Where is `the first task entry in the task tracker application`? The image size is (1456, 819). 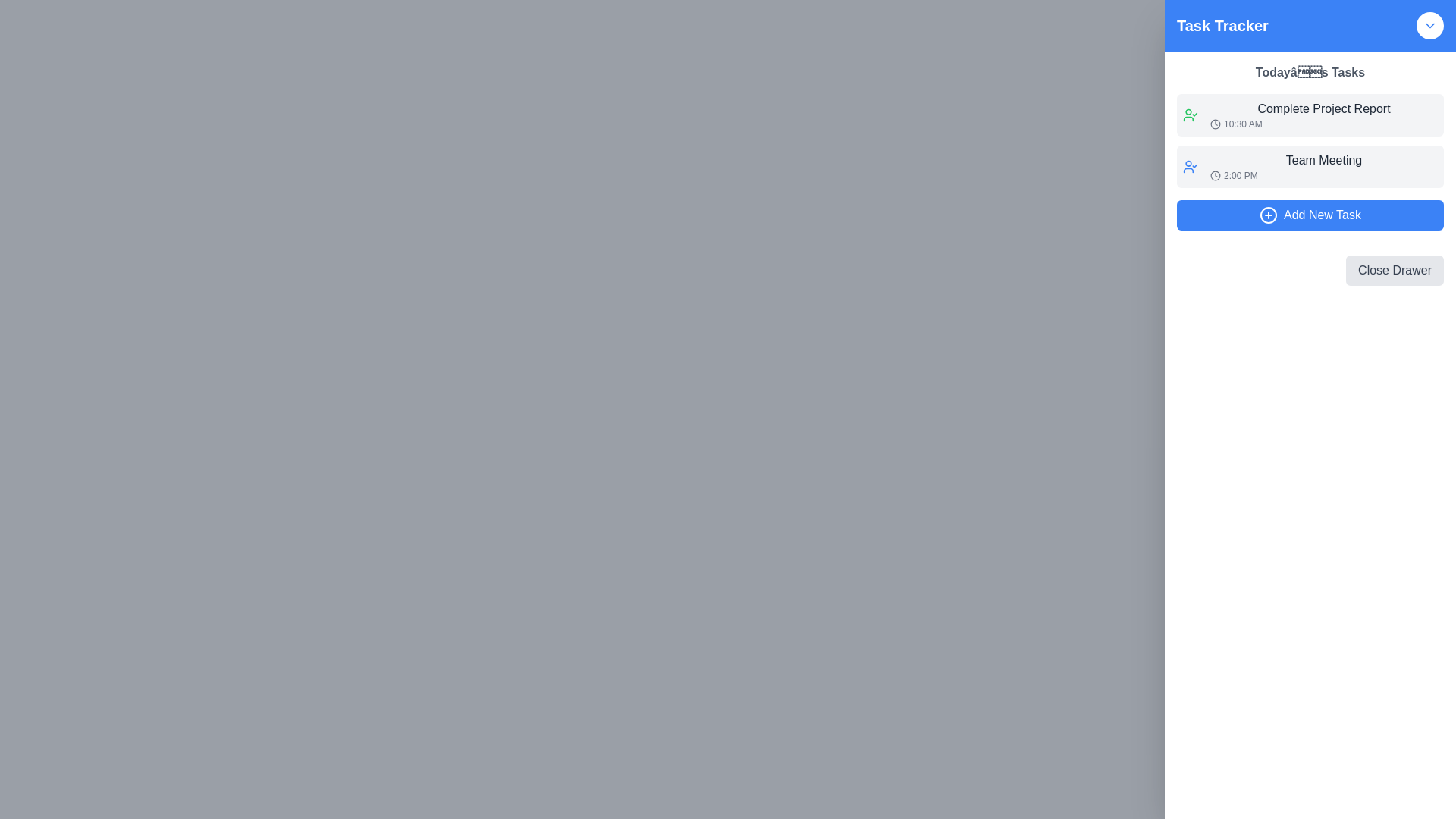 the first task entry in the task tracker application is located at coordinates (1310, 114).